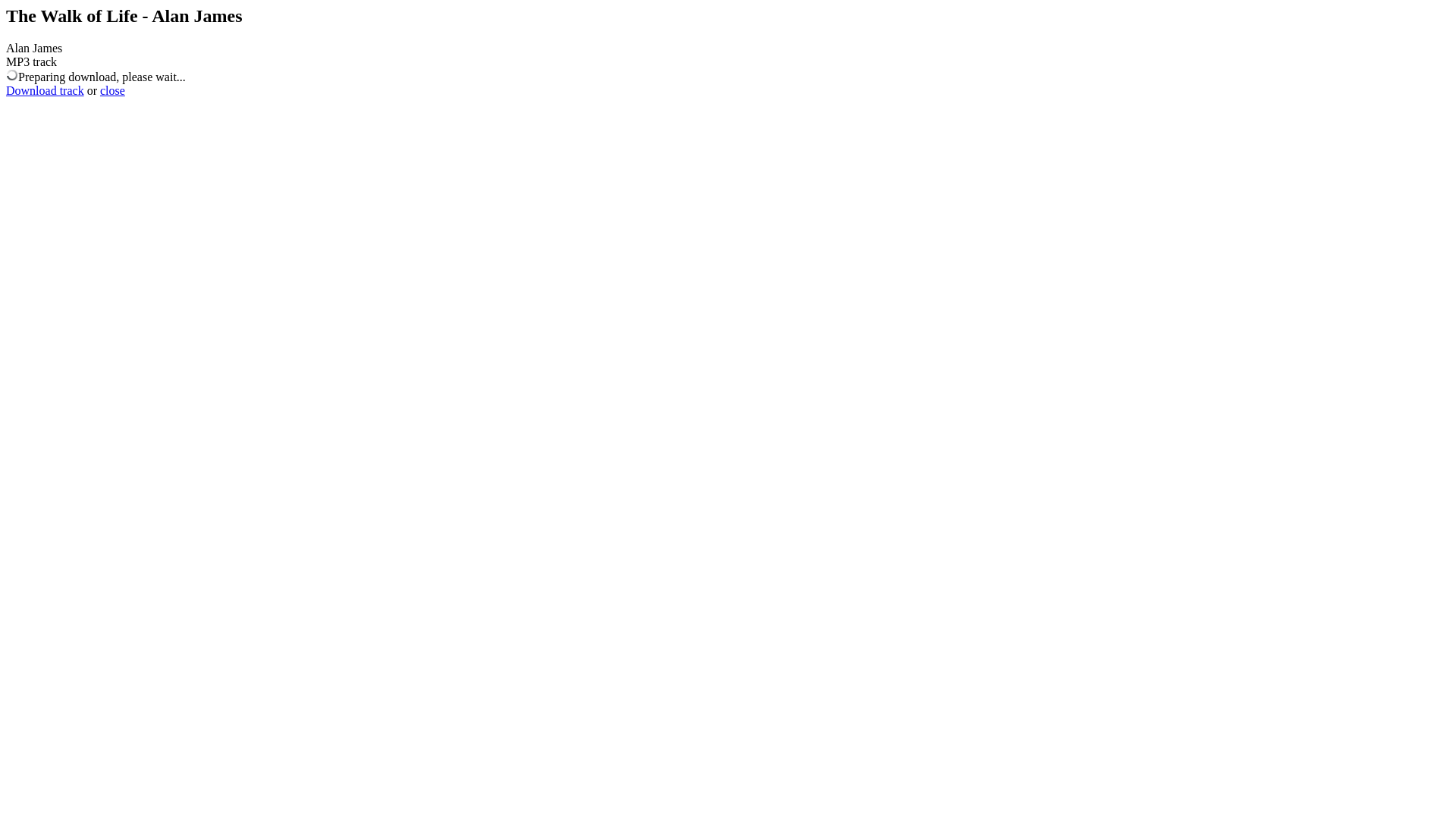 The image size is (1456, 819). What do you see at coordinates (45, 90) in the screenshot?
I see `'Download track'` at bounding box center [45, 90].